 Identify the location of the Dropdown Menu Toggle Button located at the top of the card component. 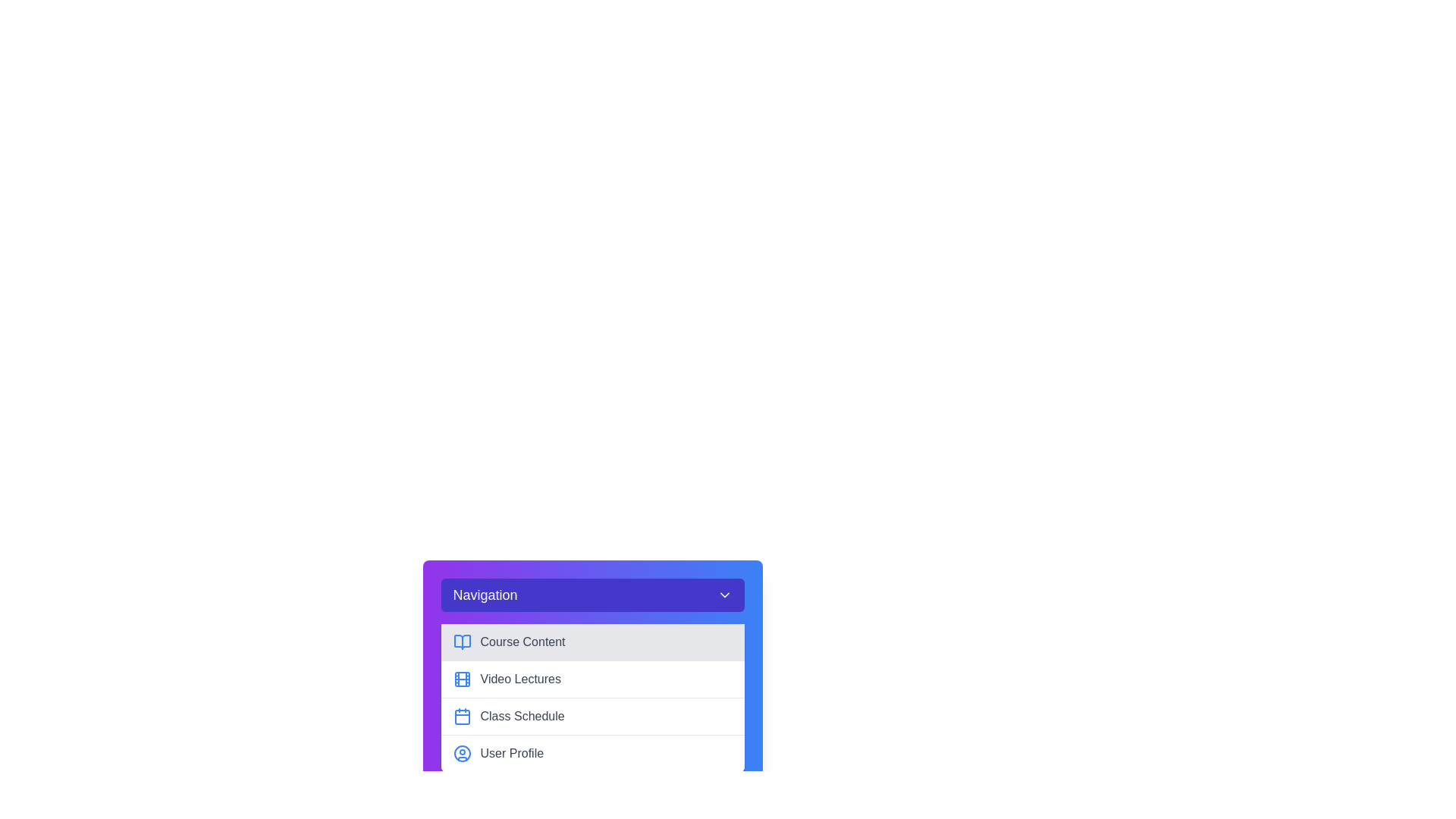
(591, 595).